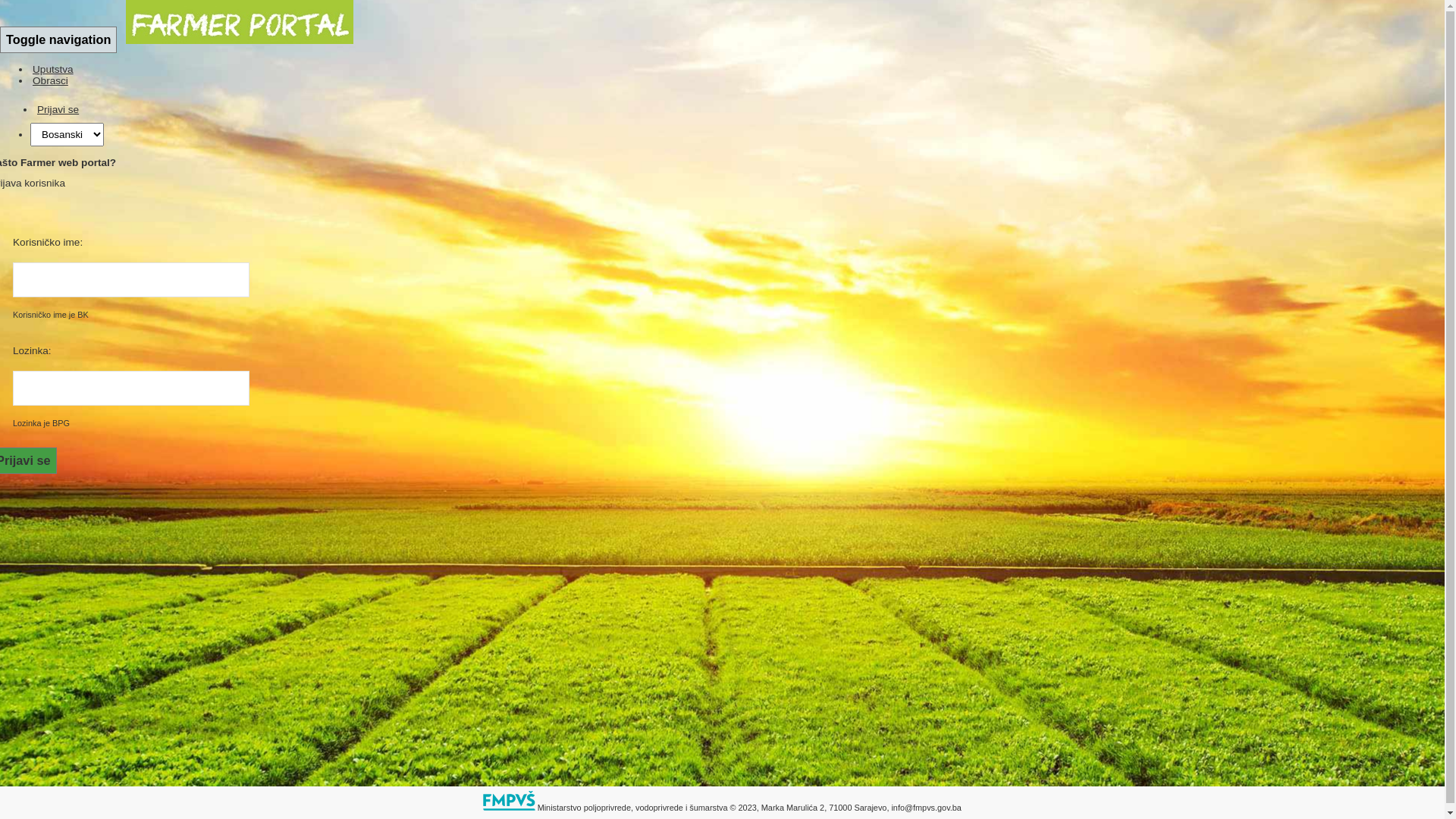  Describe the element at coordinates (53, 69) in the screenshot. I see `'Uputstva'` at that location.